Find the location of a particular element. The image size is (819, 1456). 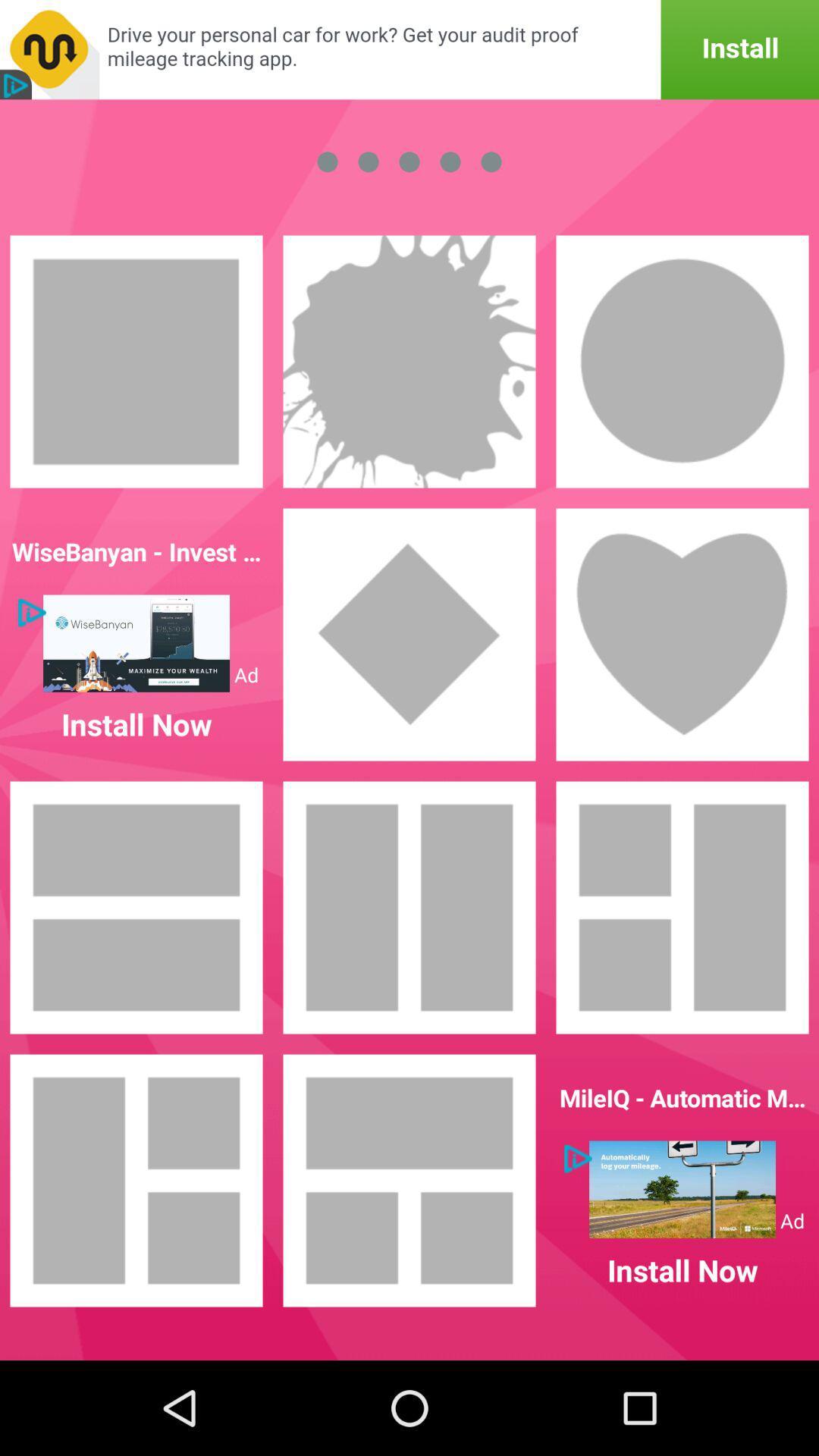

click for rectangular potrait is located at coordinates (136, 360).